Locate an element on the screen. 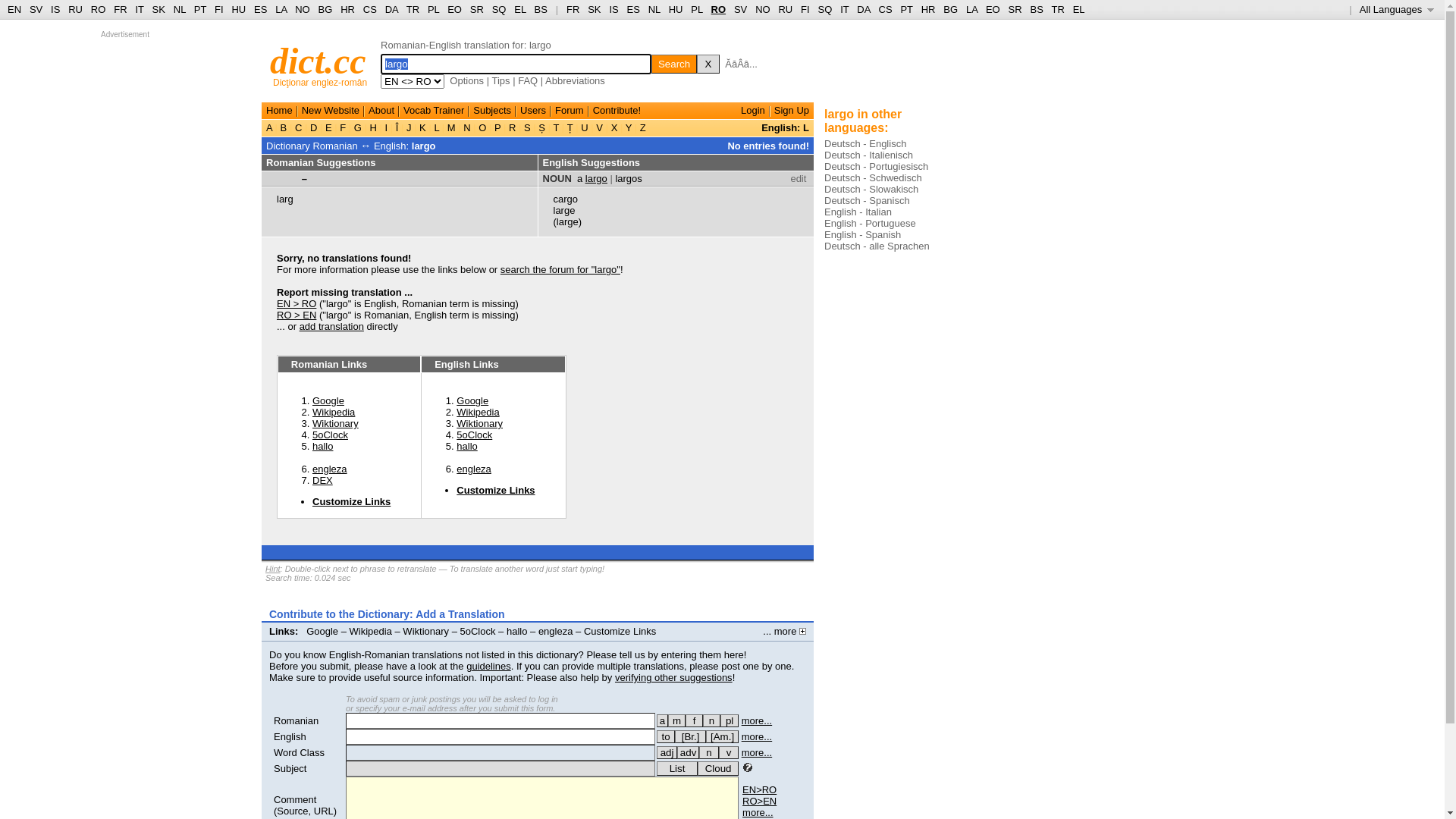 The image size is (1456, 819). 'more...' is located at coordinates (757, 720).